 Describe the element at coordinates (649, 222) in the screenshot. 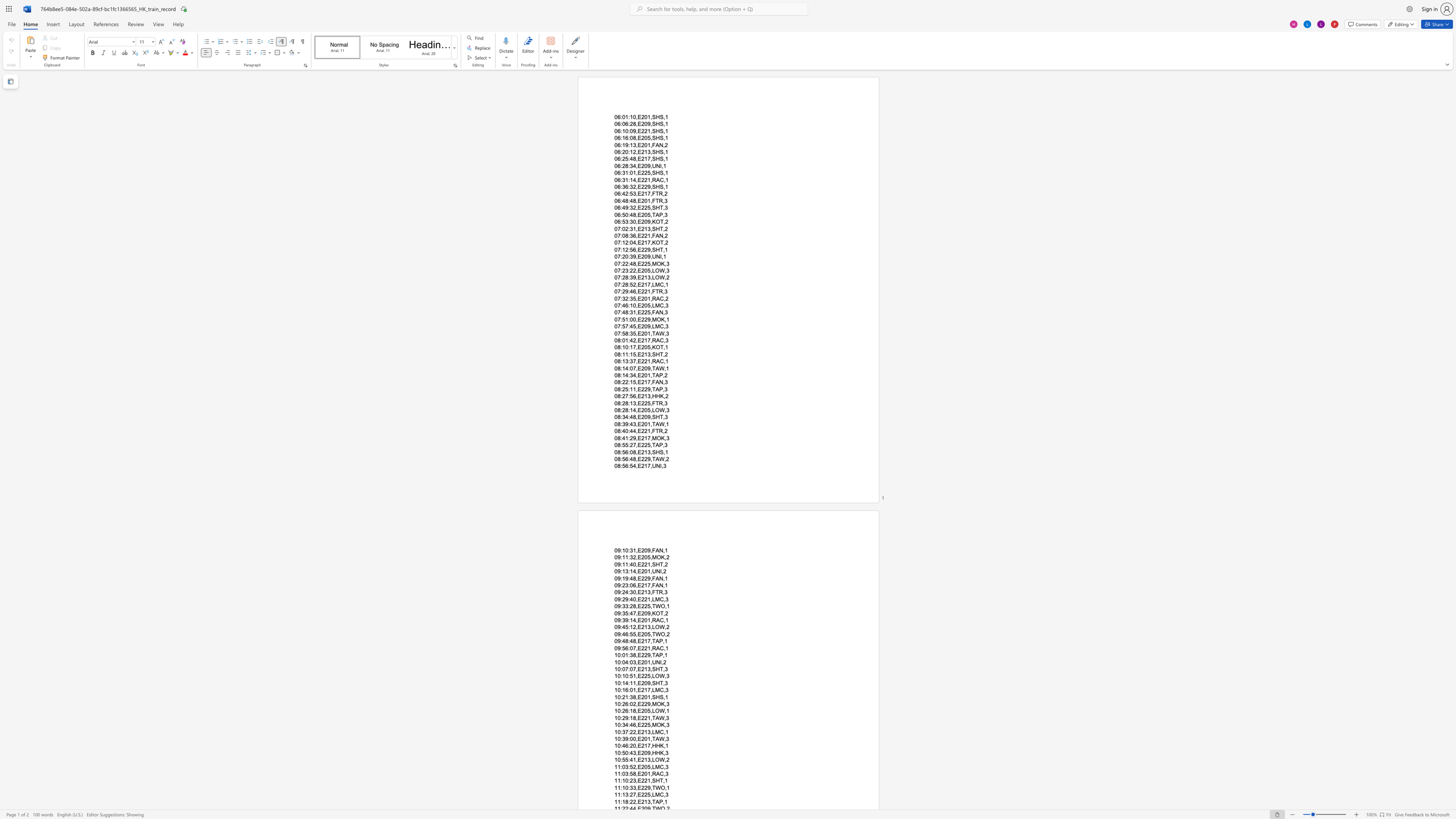

I see `the subset text ",KOT," within the text "06:53:30,E209,KOT,2"` at that location.